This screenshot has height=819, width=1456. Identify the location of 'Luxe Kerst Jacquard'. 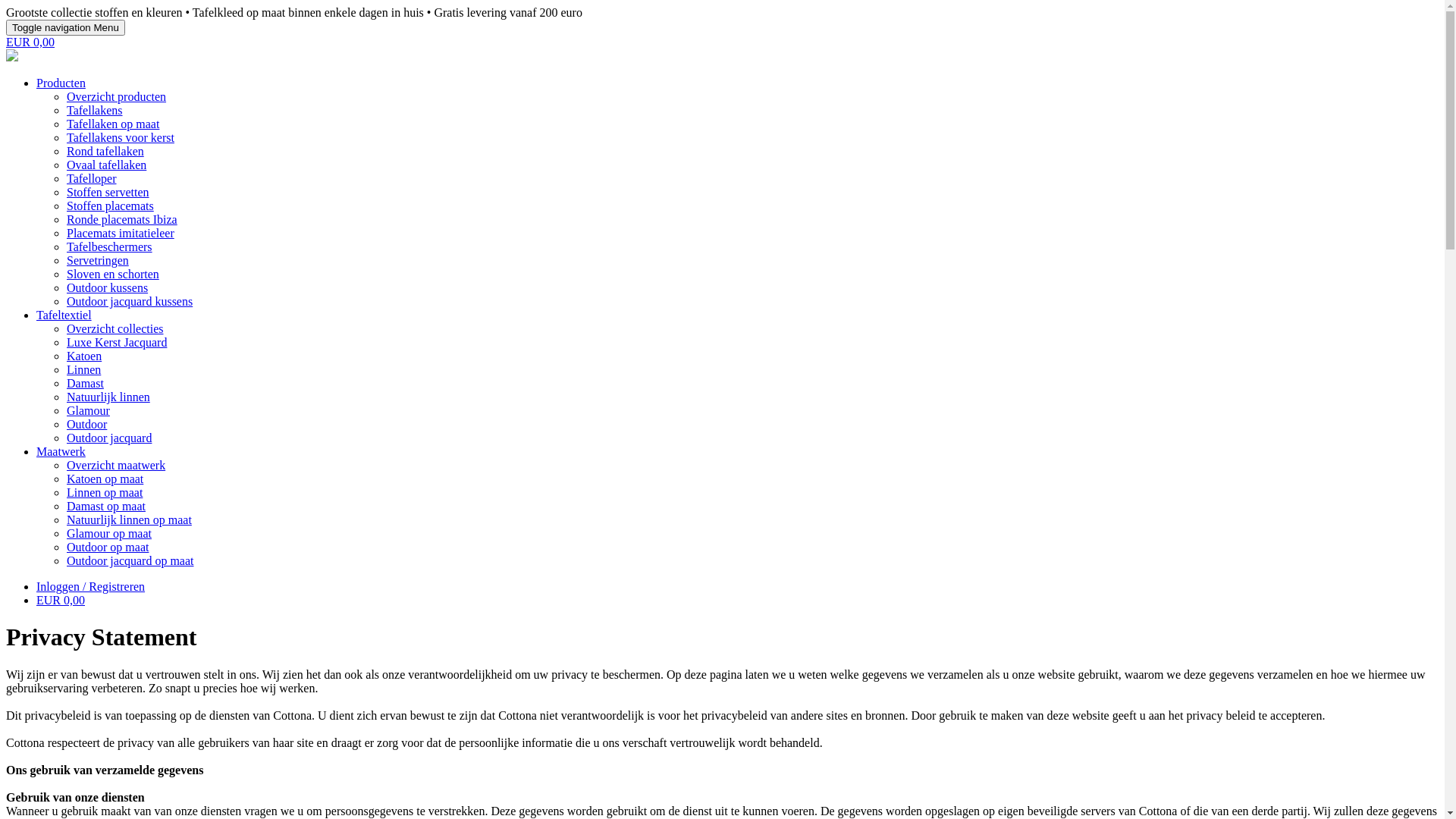
(115, 342).